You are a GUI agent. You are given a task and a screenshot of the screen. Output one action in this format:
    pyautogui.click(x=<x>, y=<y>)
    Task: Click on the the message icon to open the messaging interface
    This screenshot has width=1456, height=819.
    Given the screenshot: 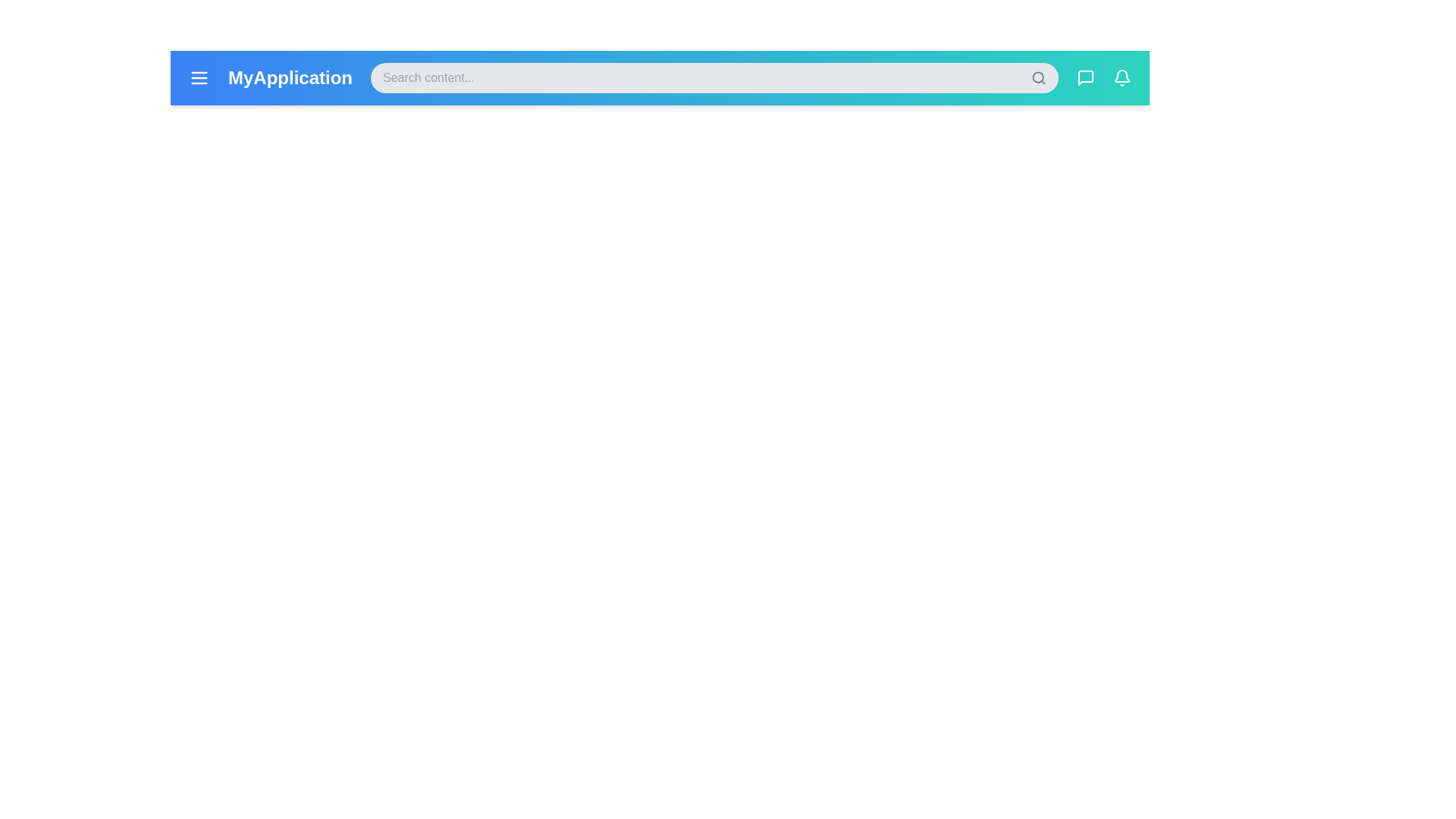 What is the action you would take?
    pyautogui.click(x=1084, y=78)
    